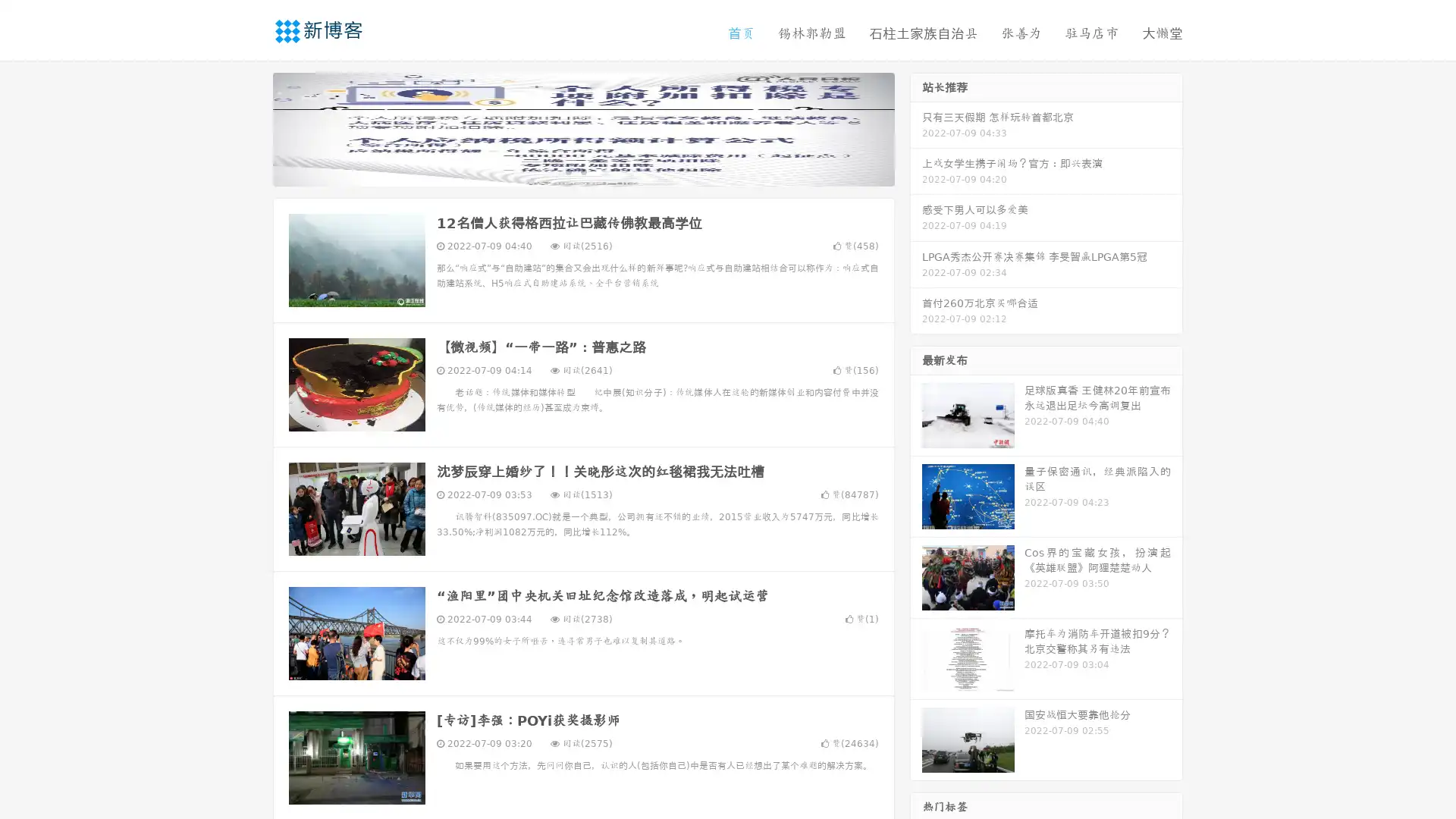 The width and height of the screenshot is (1456, 819). What do you see at coordinates (582, 171) in the screenshot?
I see `Go to slide 2` at bounding box center [582, 171].